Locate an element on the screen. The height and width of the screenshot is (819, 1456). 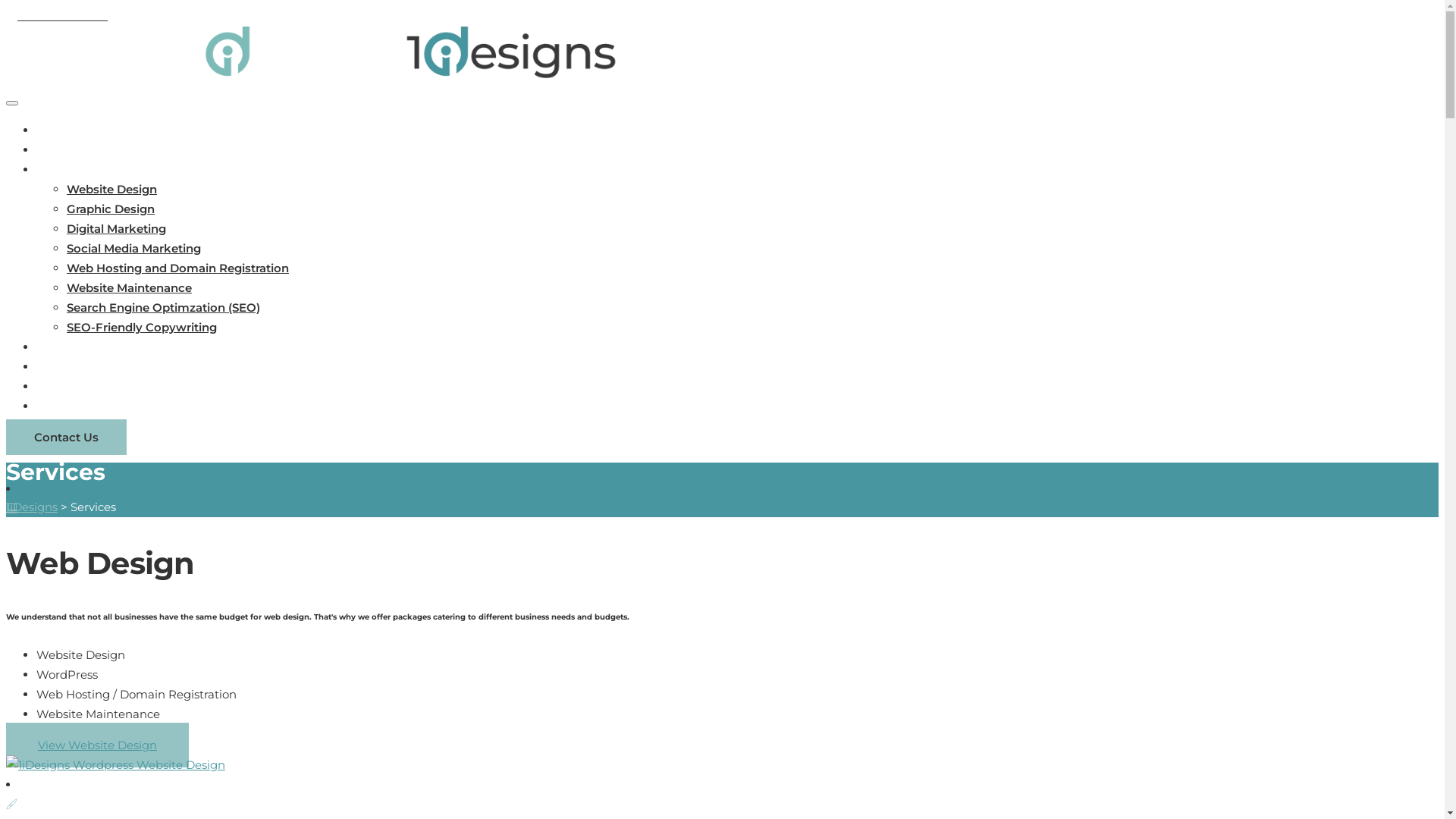
'1iDesigns Wordpress Website Design' is located at coordinates (115, 765).